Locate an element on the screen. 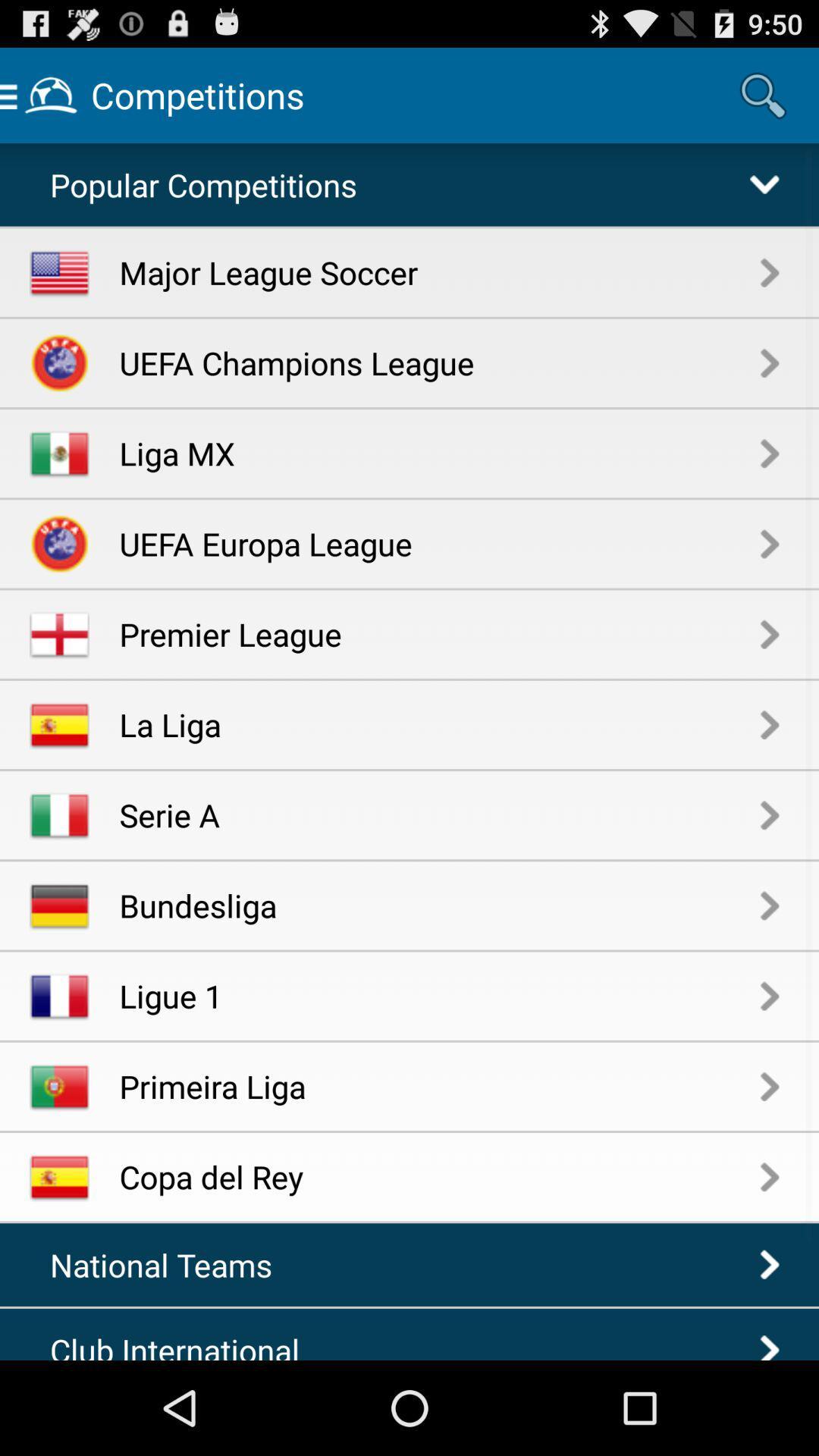  the club international    item is located at coordinates (186, 1344).